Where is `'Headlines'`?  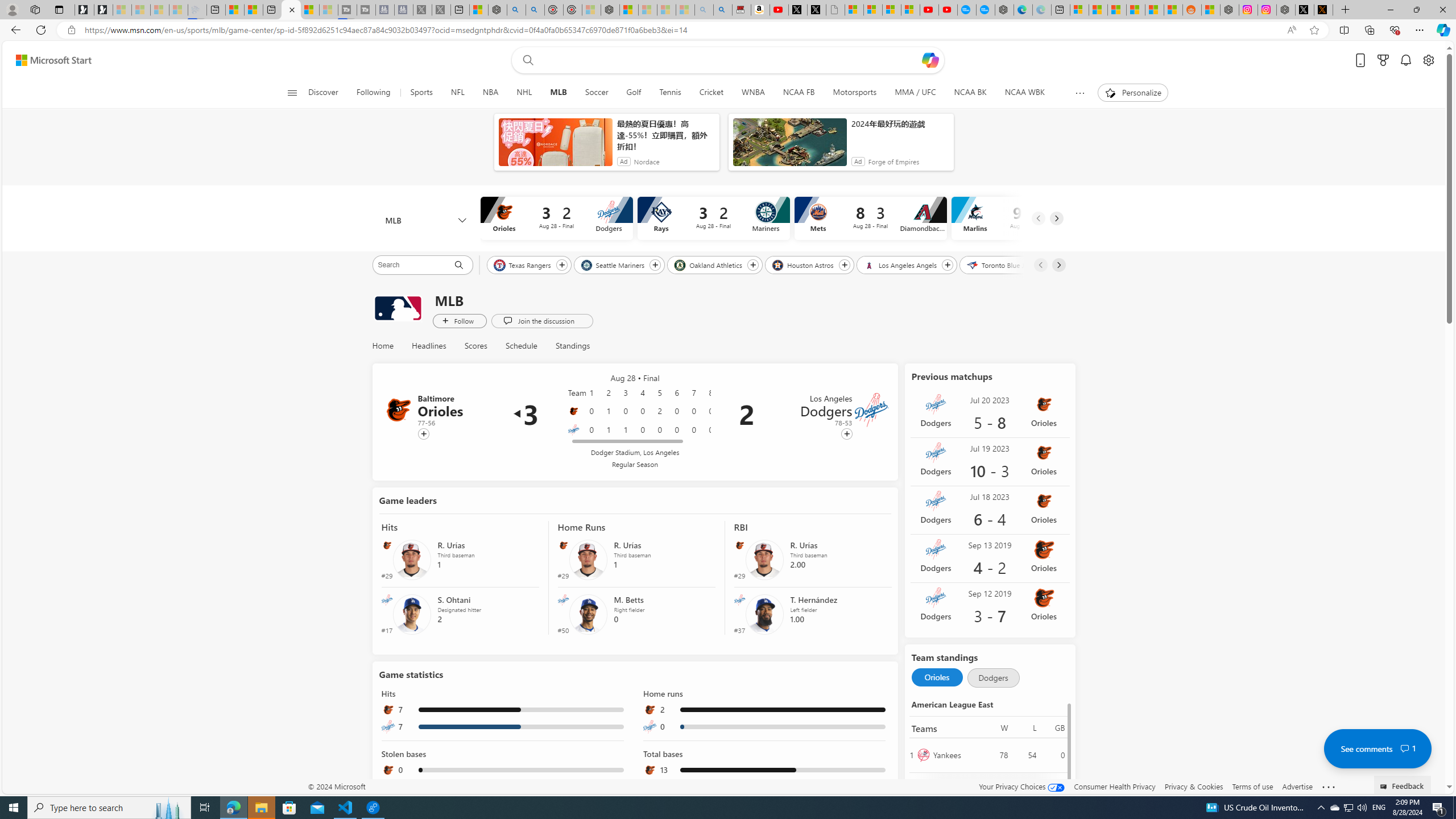 'Headlines' is located at coordinates (429, 346).